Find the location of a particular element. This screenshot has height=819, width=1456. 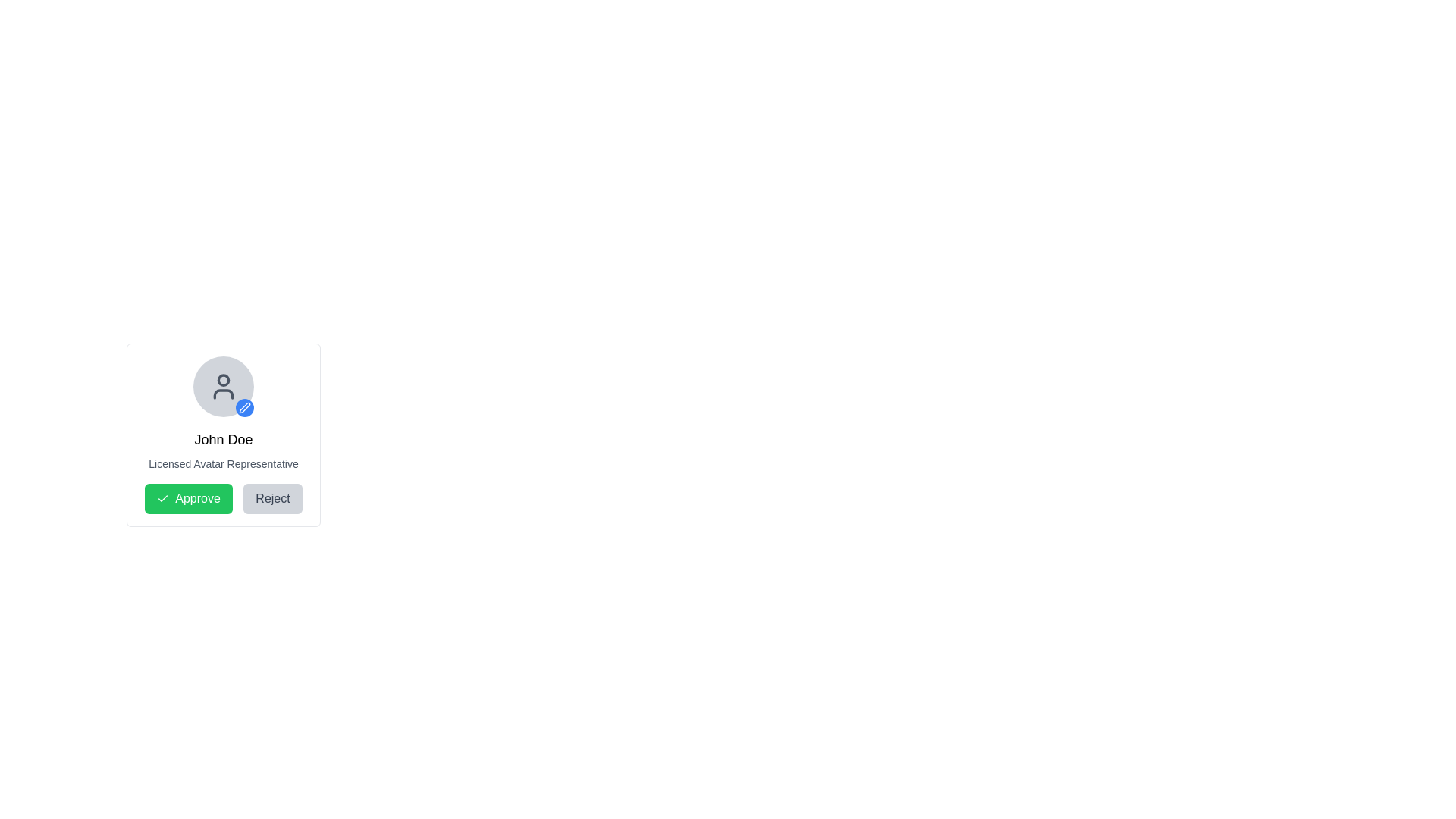

the descriptive text label located below the 'John Doe' text in the card-like interface is located at coordinates (222, 463).